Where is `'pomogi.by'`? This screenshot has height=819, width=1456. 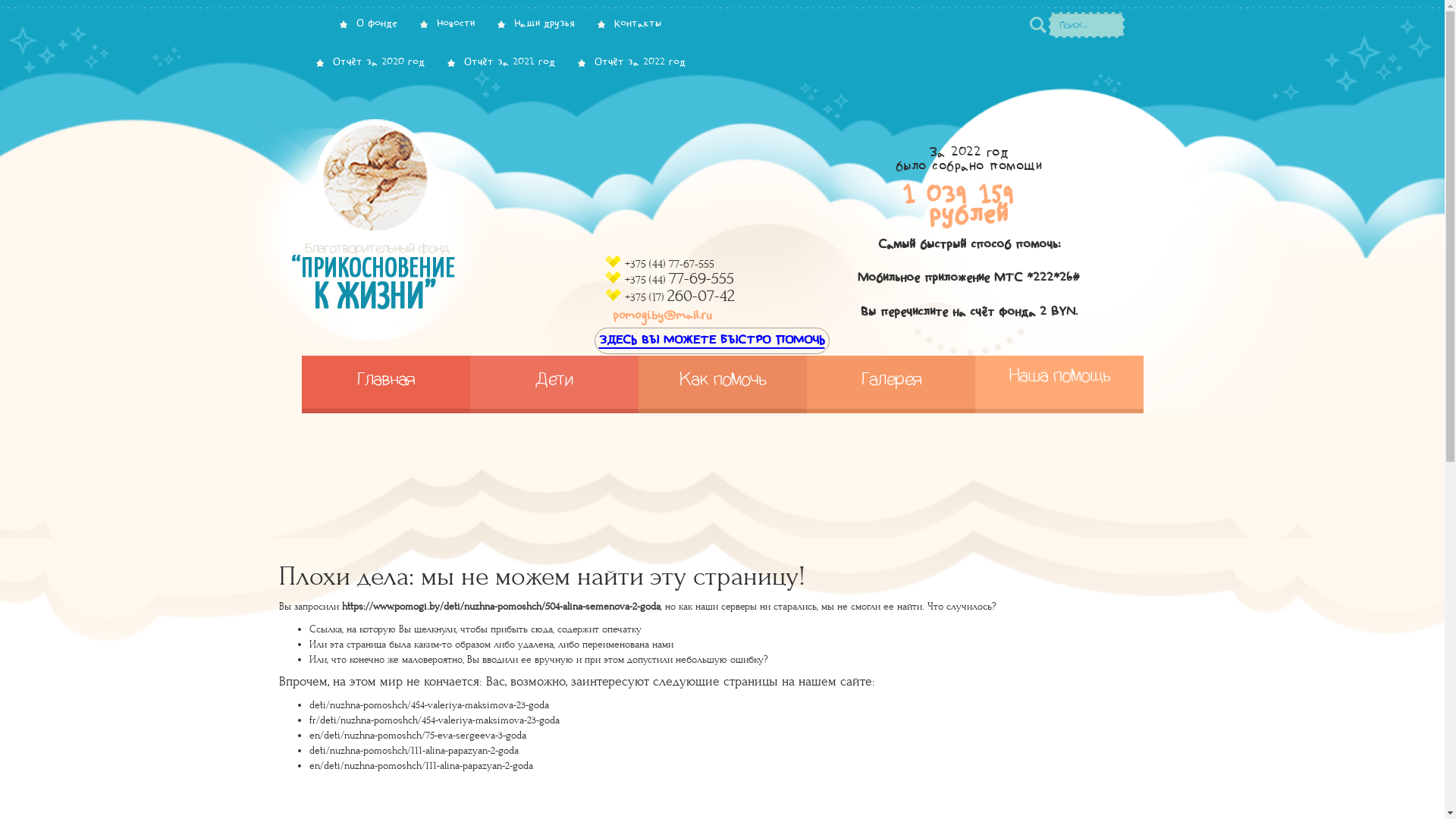 'pomogi.by' is located at coordinates (425, 233).